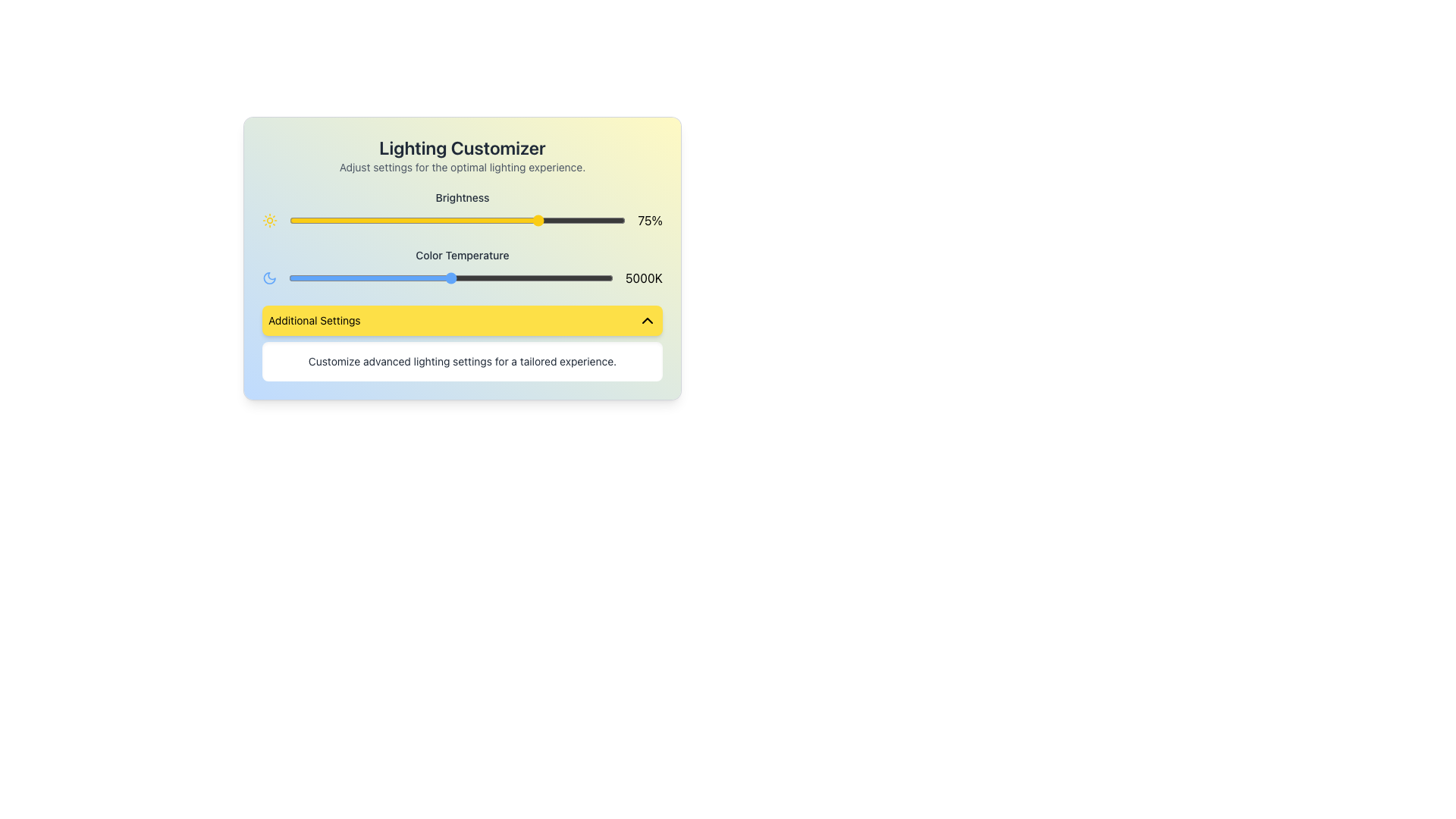 The height and width of the screenshot is (819, 1456). I want to click on the brightness level, so click(380, 220).